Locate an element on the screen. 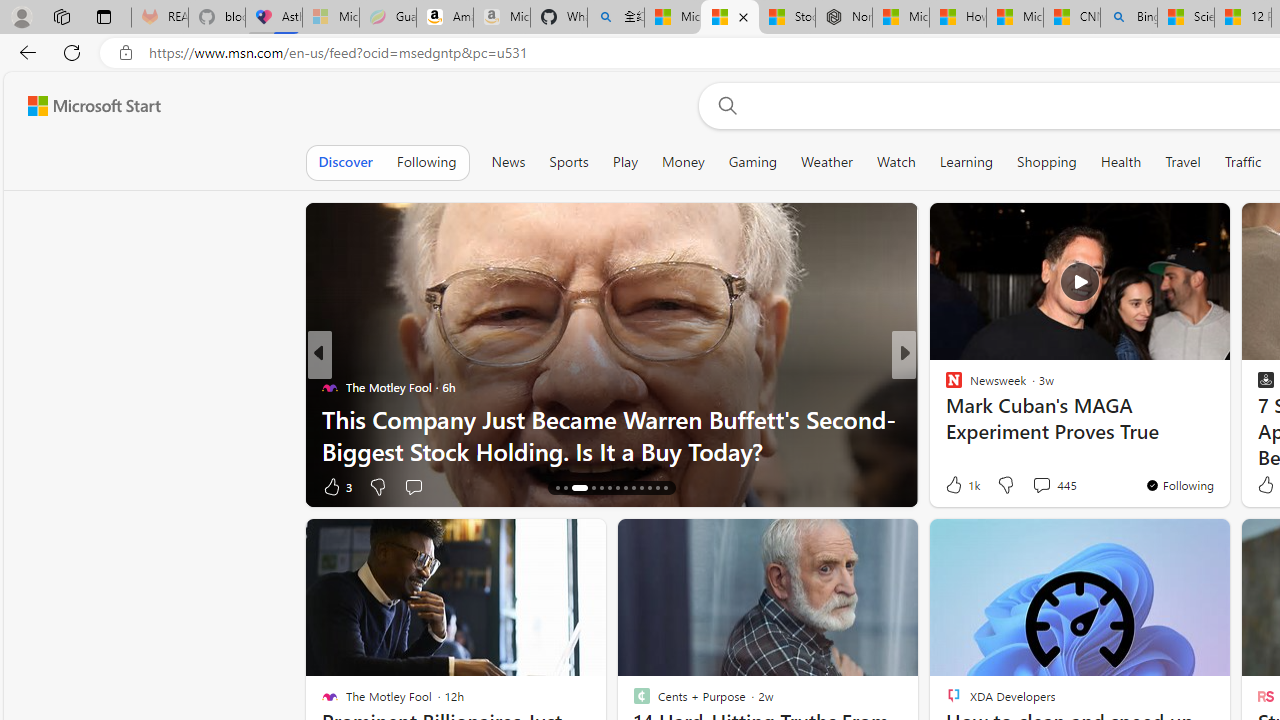  'AutomationID: tab-24' is located at coordinates (649, 488).